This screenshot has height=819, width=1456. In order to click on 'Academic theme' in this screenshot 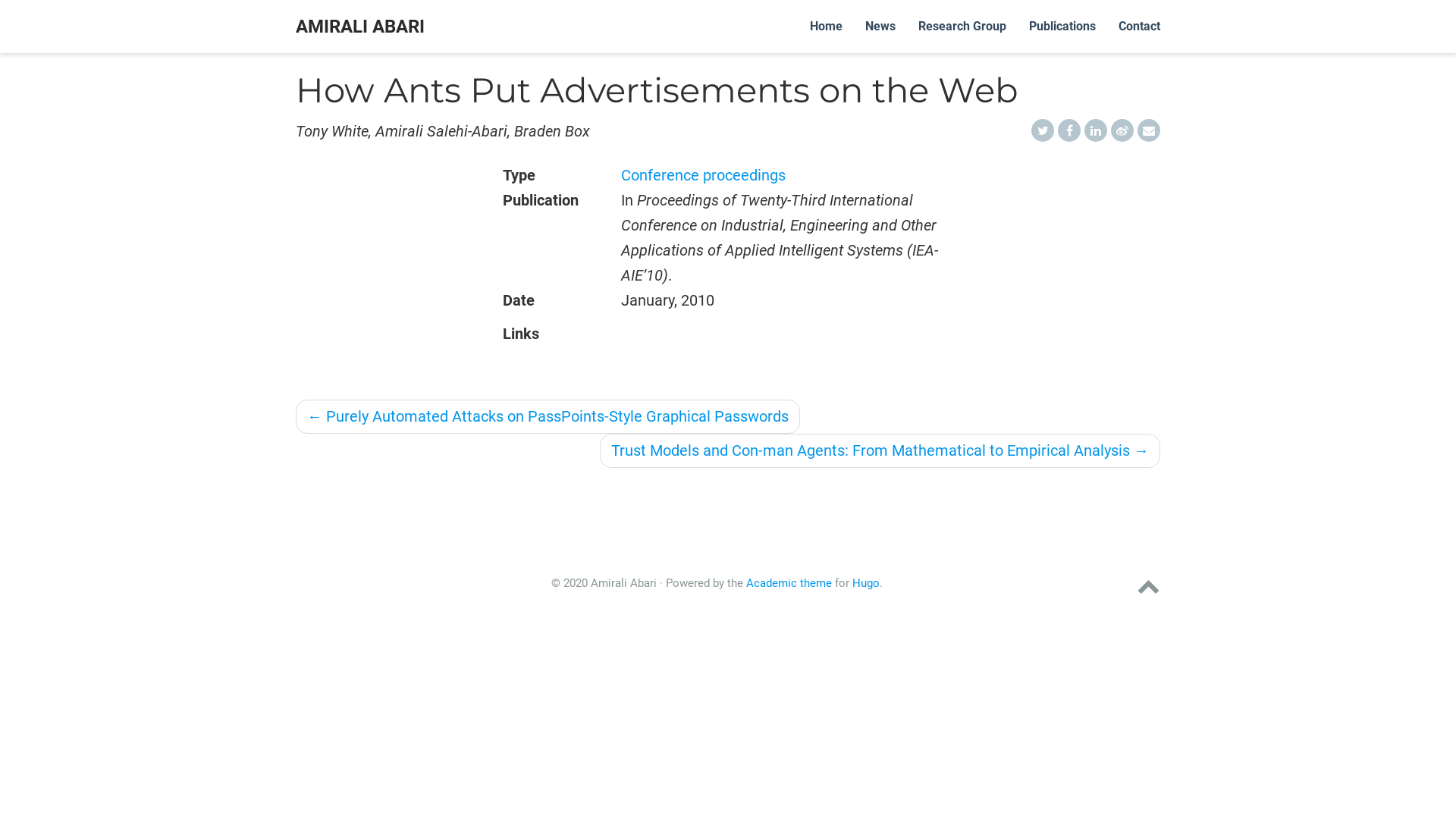, I will do `click(745, 582)`.